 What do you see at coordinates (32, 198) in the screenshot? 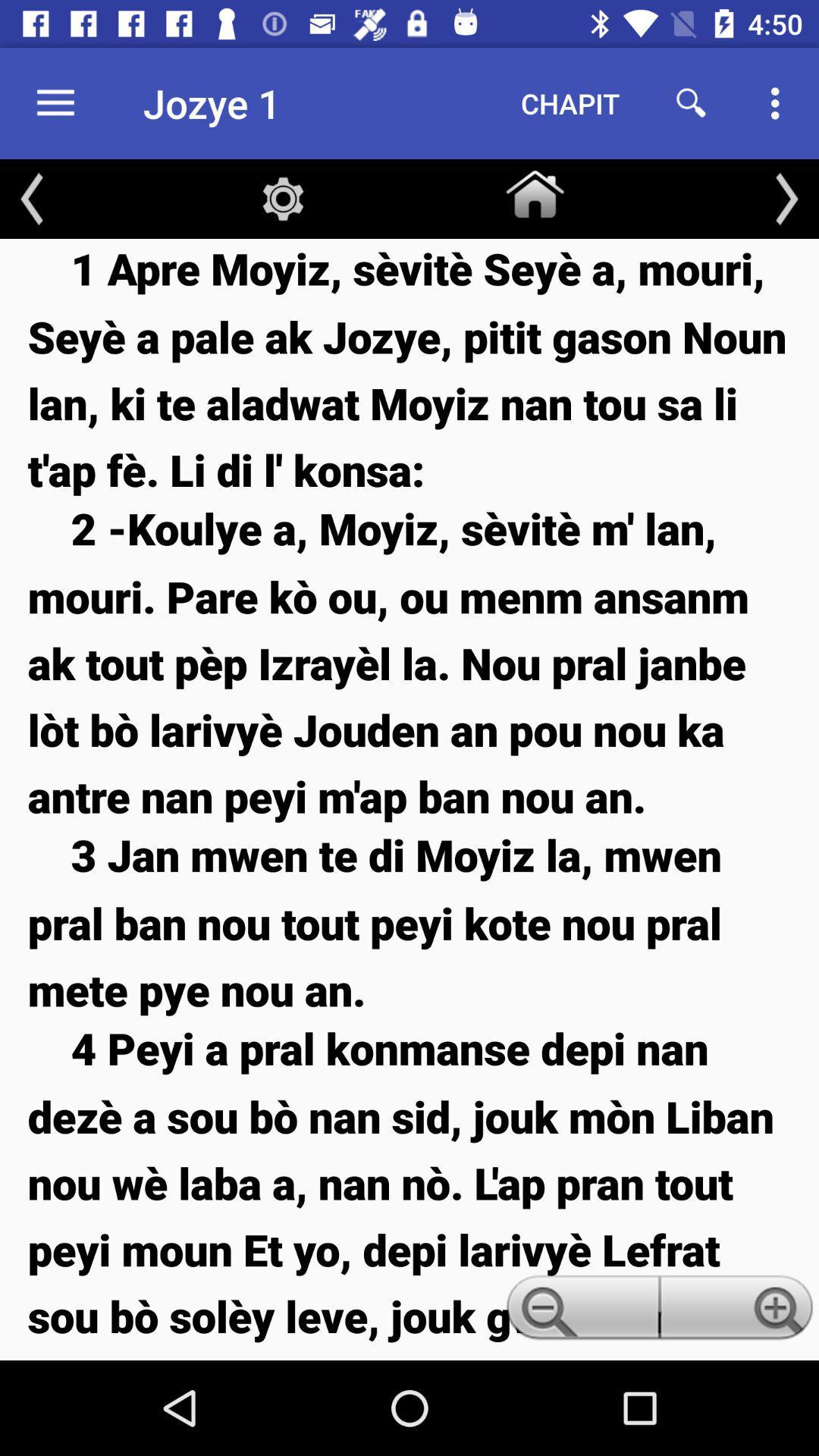
I see `the arrow_backward icon` at bounding box center [32, 198].